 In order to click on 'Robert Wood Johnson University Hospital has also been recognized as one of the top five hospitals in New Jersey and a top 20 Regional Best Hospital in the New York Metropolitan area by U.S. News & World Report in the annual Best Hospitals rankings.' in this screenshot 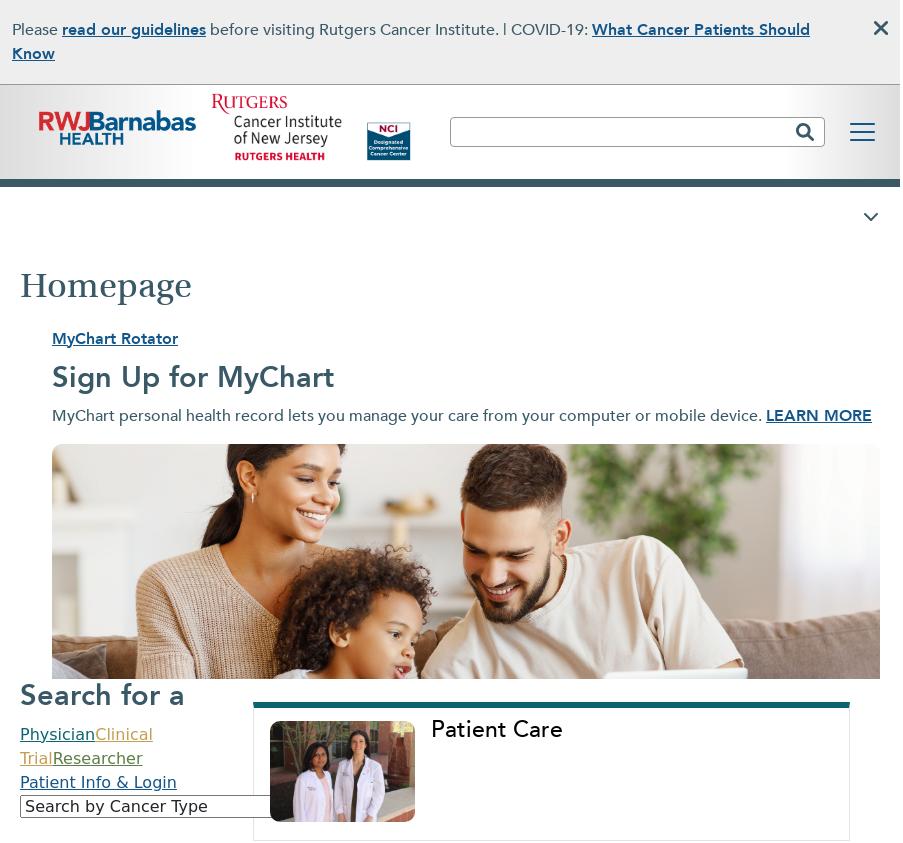, I will do `click(51, 149)`.